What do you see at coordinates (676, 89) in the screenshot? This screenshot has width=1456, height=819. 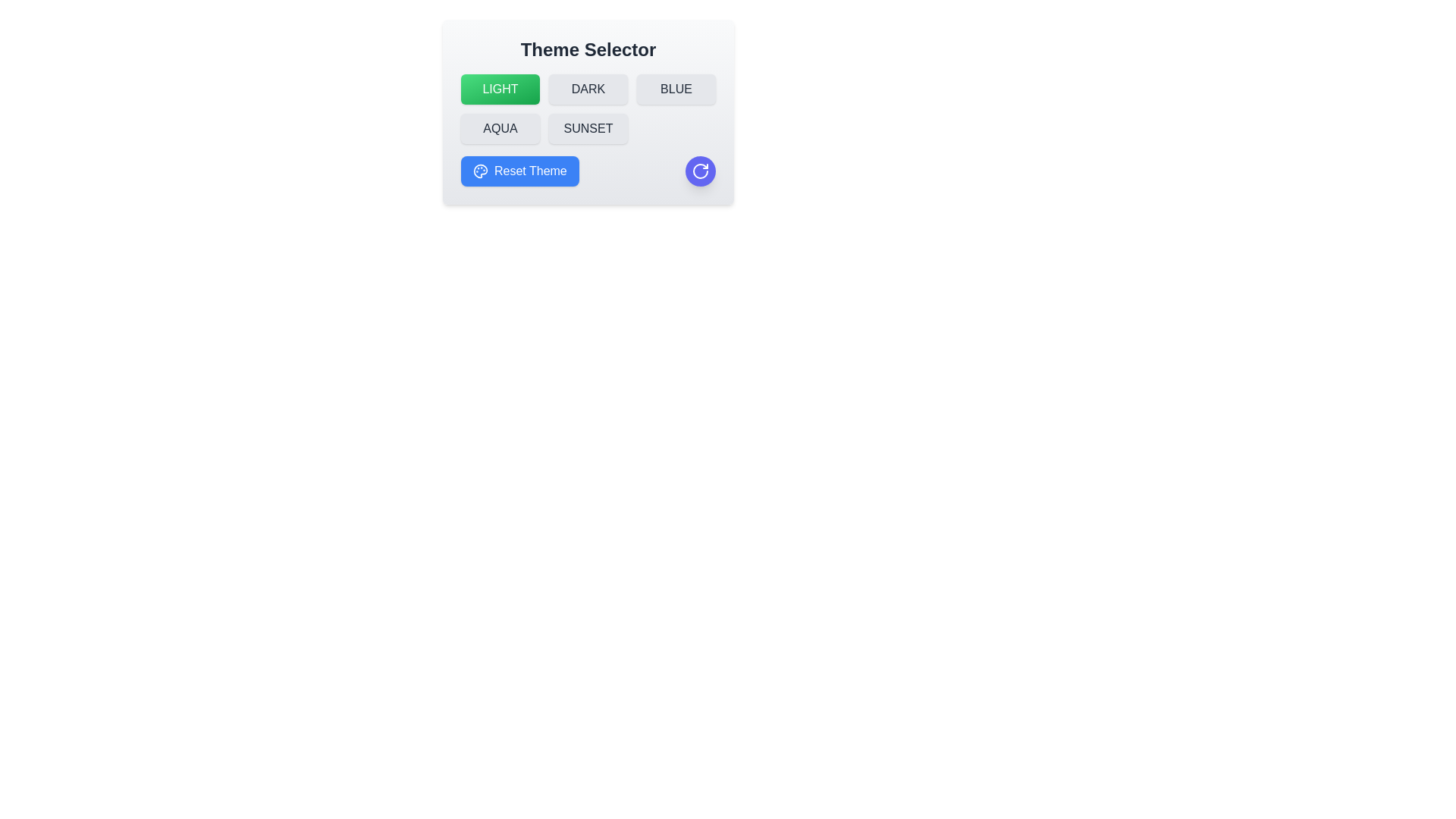 I see `the theme button corresponding to BLUE` at bounding box center [676, 89].